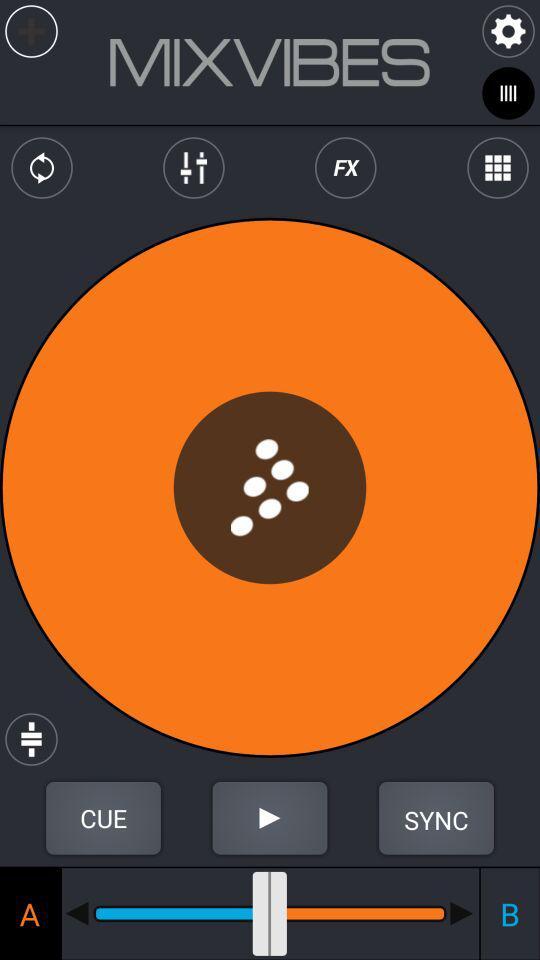  Describe the element at coordinates (435, 818) in the screenshot. I see `sync button` at that location.